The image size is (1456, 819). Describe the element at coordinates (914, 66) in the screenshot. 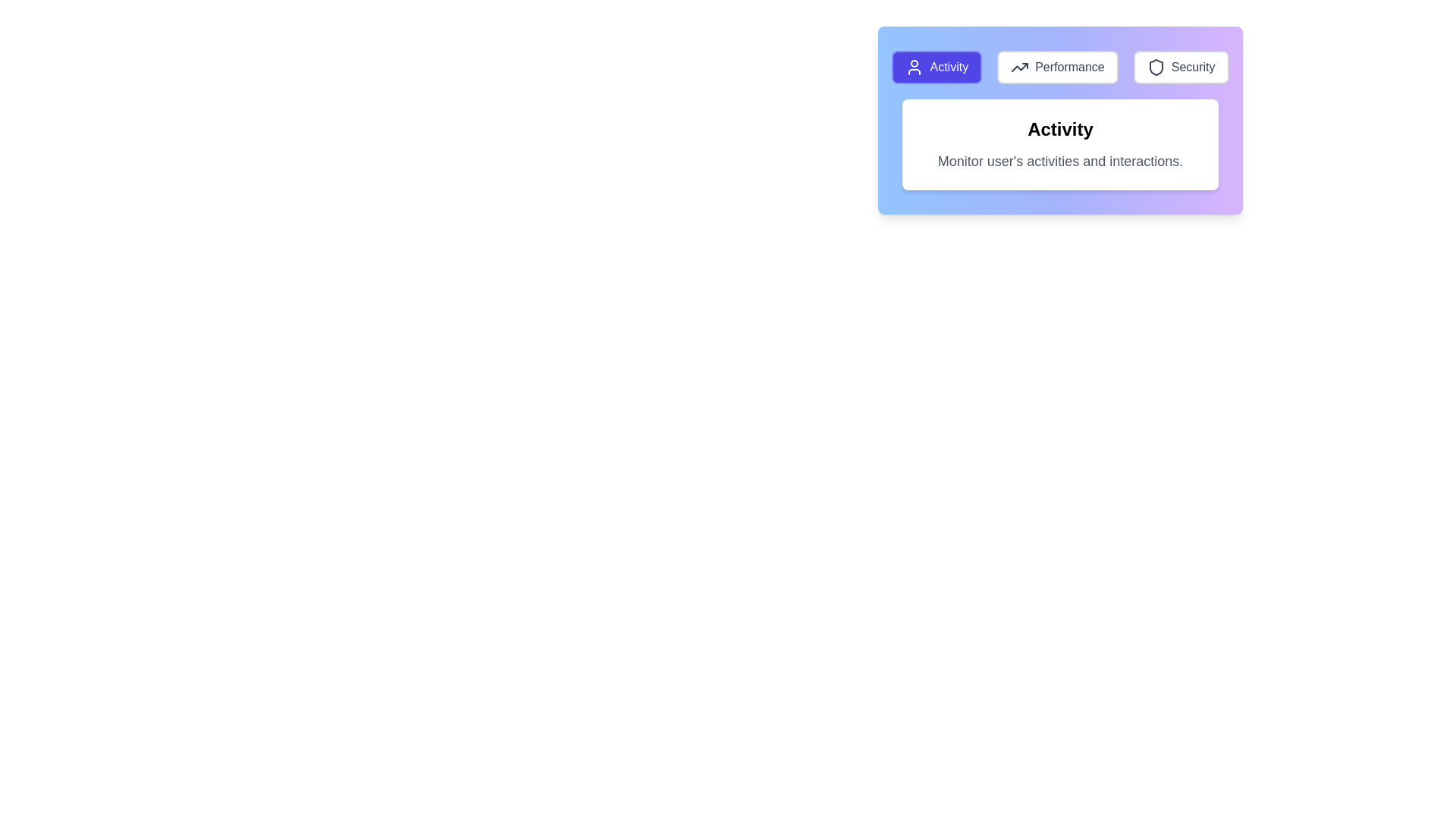

I see `the user activity icon inside the purple 'Activity' button` at that location.